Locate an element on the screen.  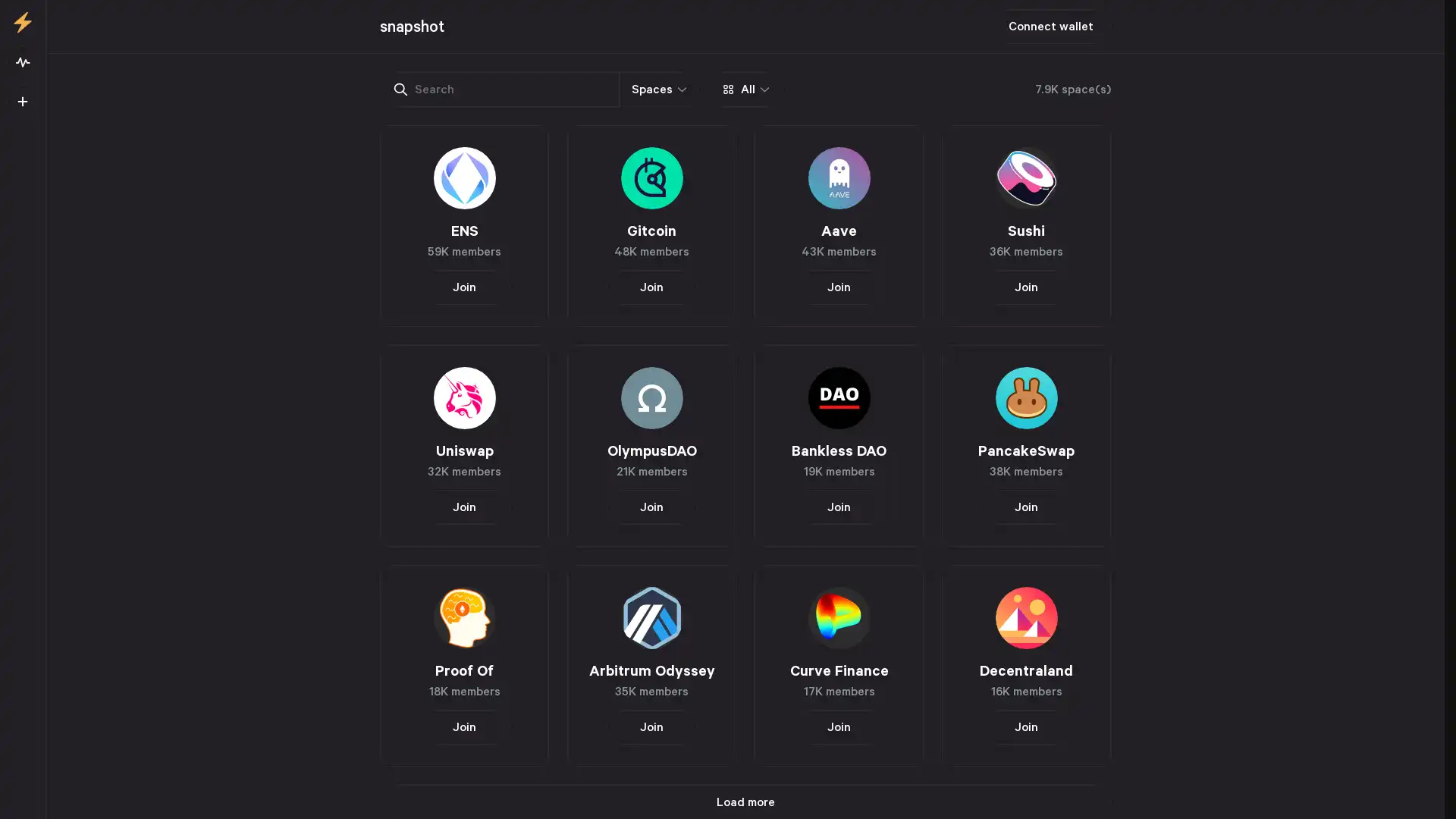
Join is located at coordinates (837, 287).